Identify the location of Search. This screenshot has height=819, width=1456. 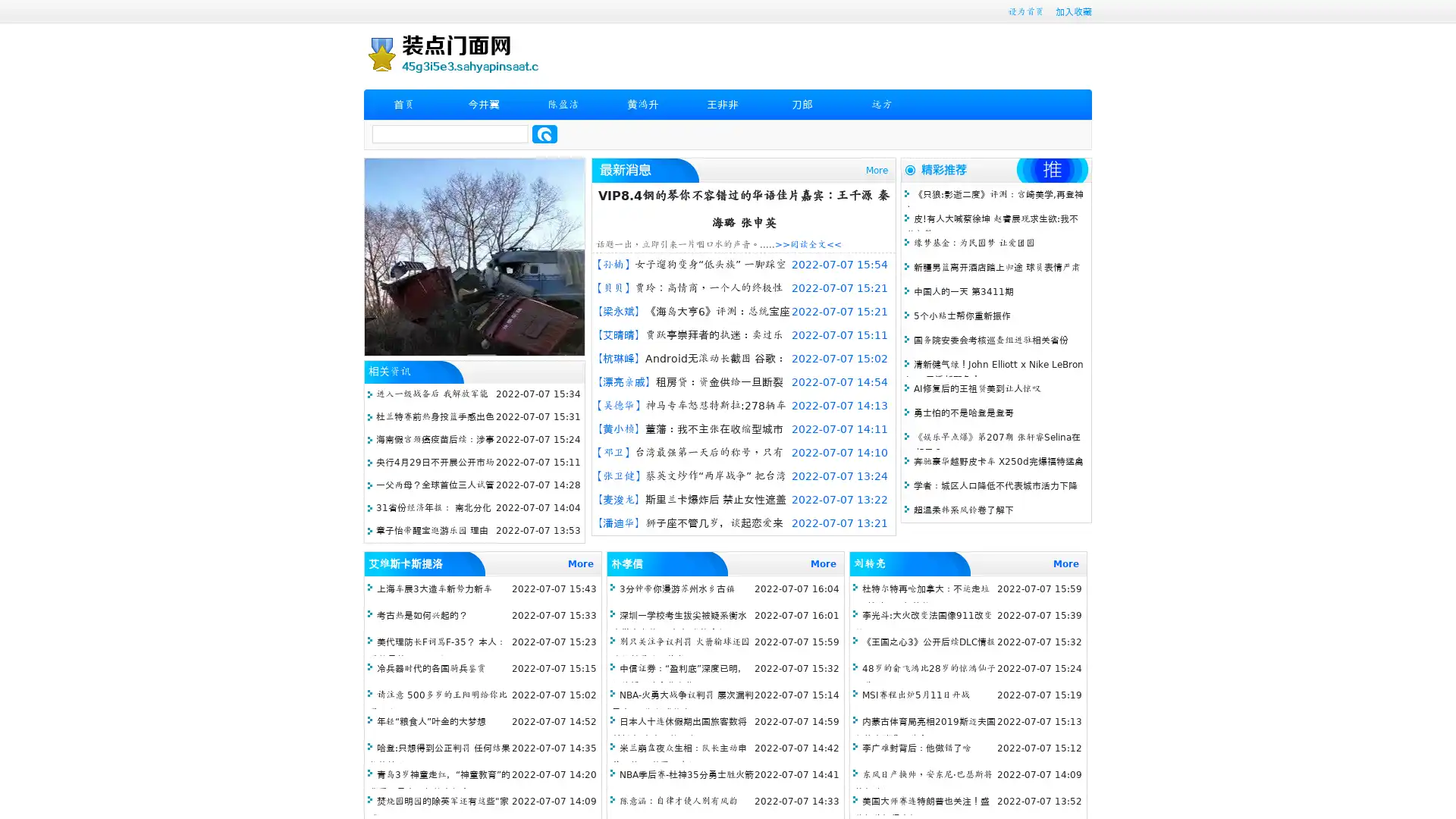
(544, 133).